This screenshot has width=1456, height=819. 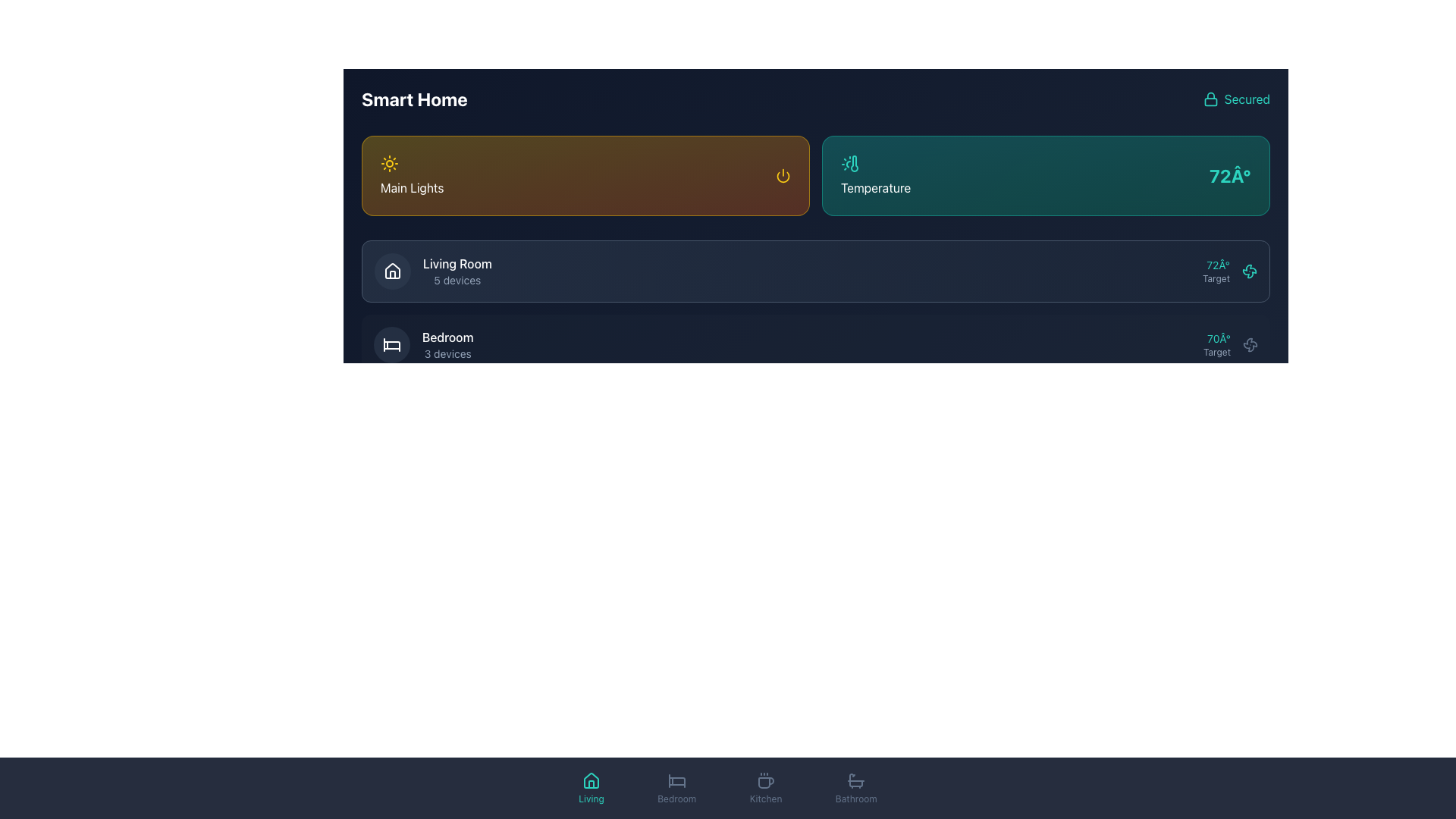 What do you see at coordinates (1216, 278) in the screenshot?
I see `the label located in the bottom-right region of the central dashboard that is positioned directly below '72°' and related to temperature or status reading` at bounding box center [1216, 278].